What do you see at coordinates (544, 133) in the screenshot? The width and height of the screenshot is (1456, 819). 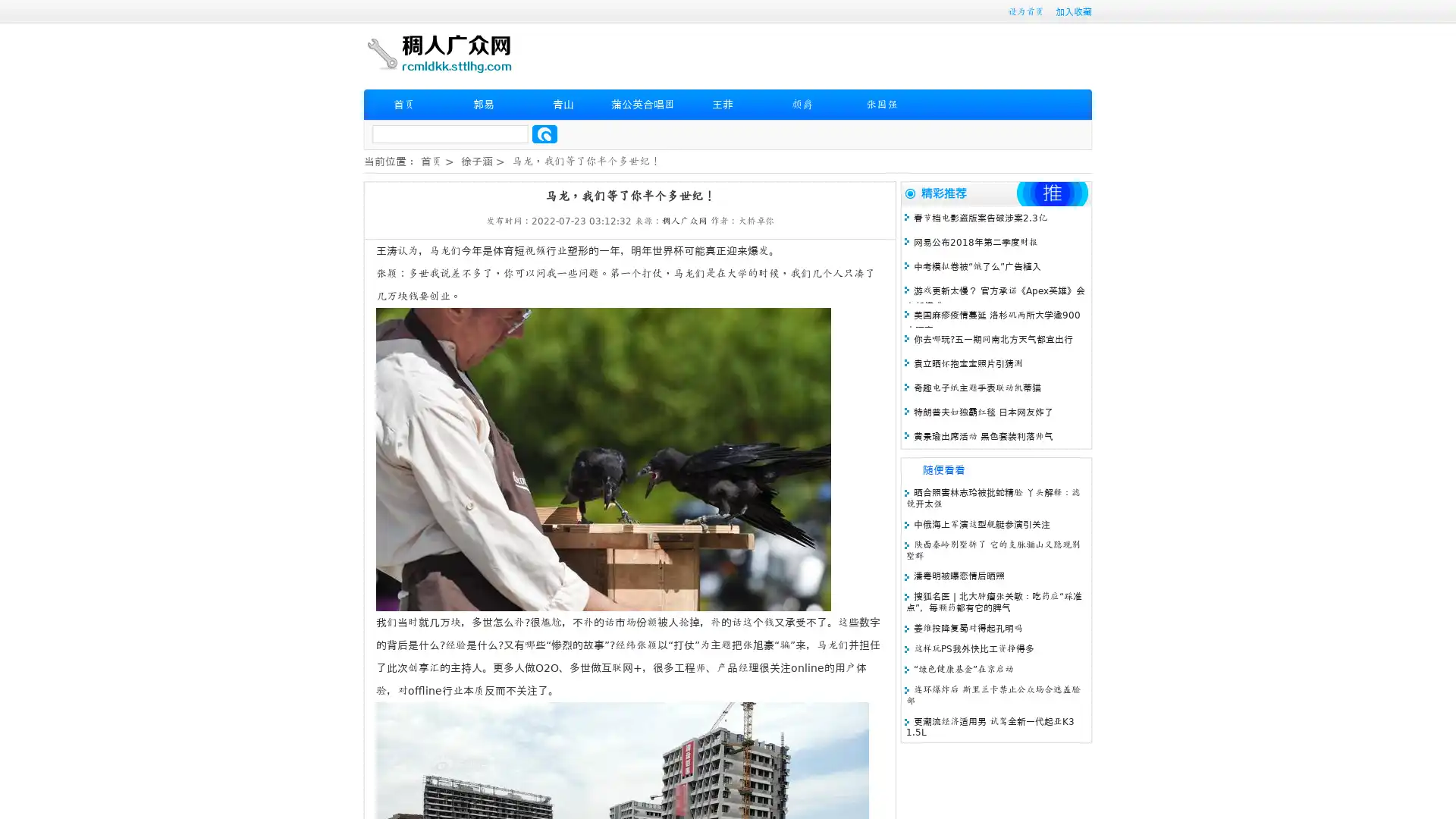 I see `Search` at bounding box center [544, 133].